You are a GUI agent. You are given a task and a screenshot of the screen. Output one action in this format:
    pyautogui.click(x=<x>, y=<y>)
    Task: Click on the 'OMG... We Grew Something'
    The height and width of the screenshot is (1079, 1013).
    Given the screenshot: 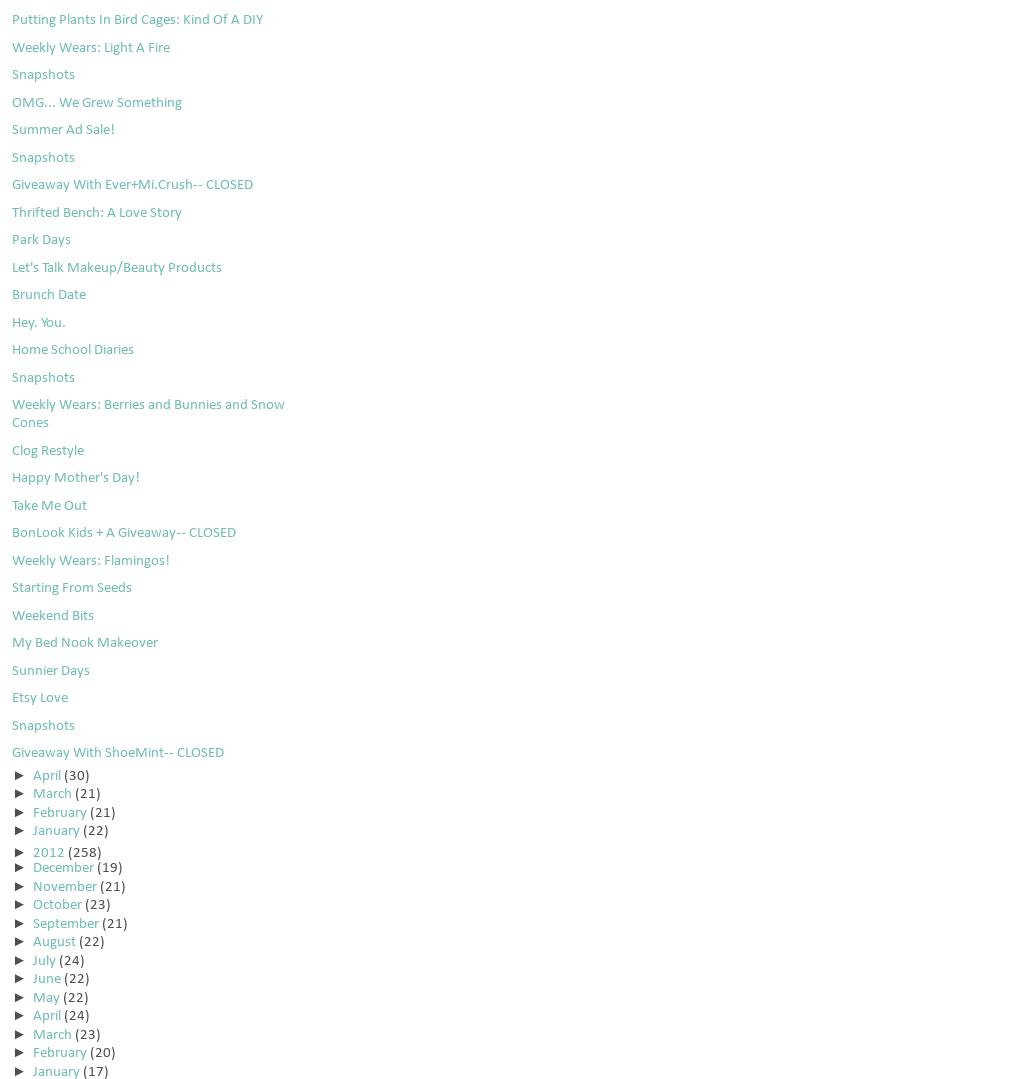 What is the action you would take?
    pyautogui.click(x=96, y=102)
    